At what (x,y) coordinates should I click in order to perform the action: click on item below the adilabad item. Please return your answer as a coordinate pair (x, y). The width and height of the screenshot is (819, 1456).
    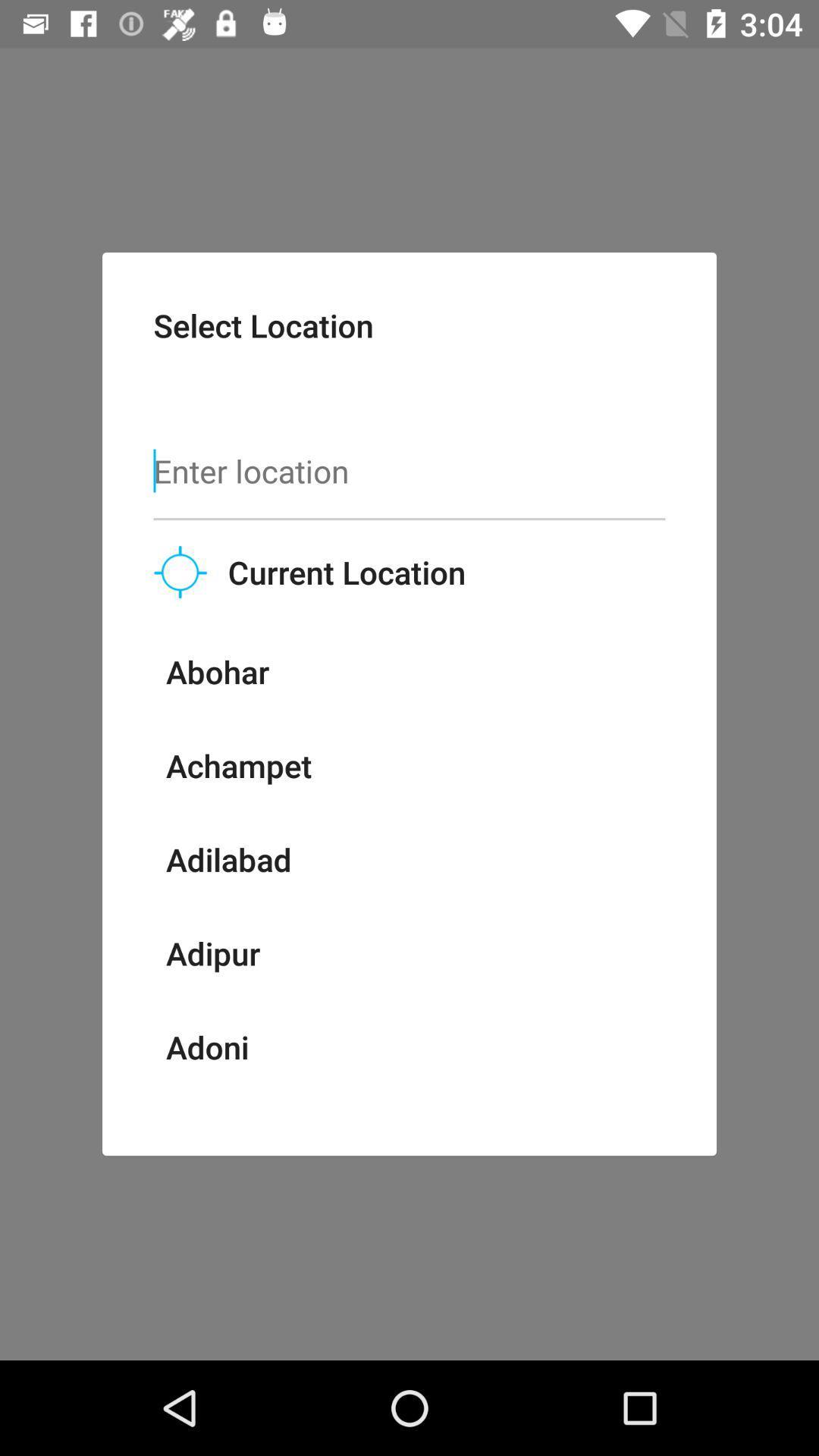
    Looking at the image, I should click on (213, 952).